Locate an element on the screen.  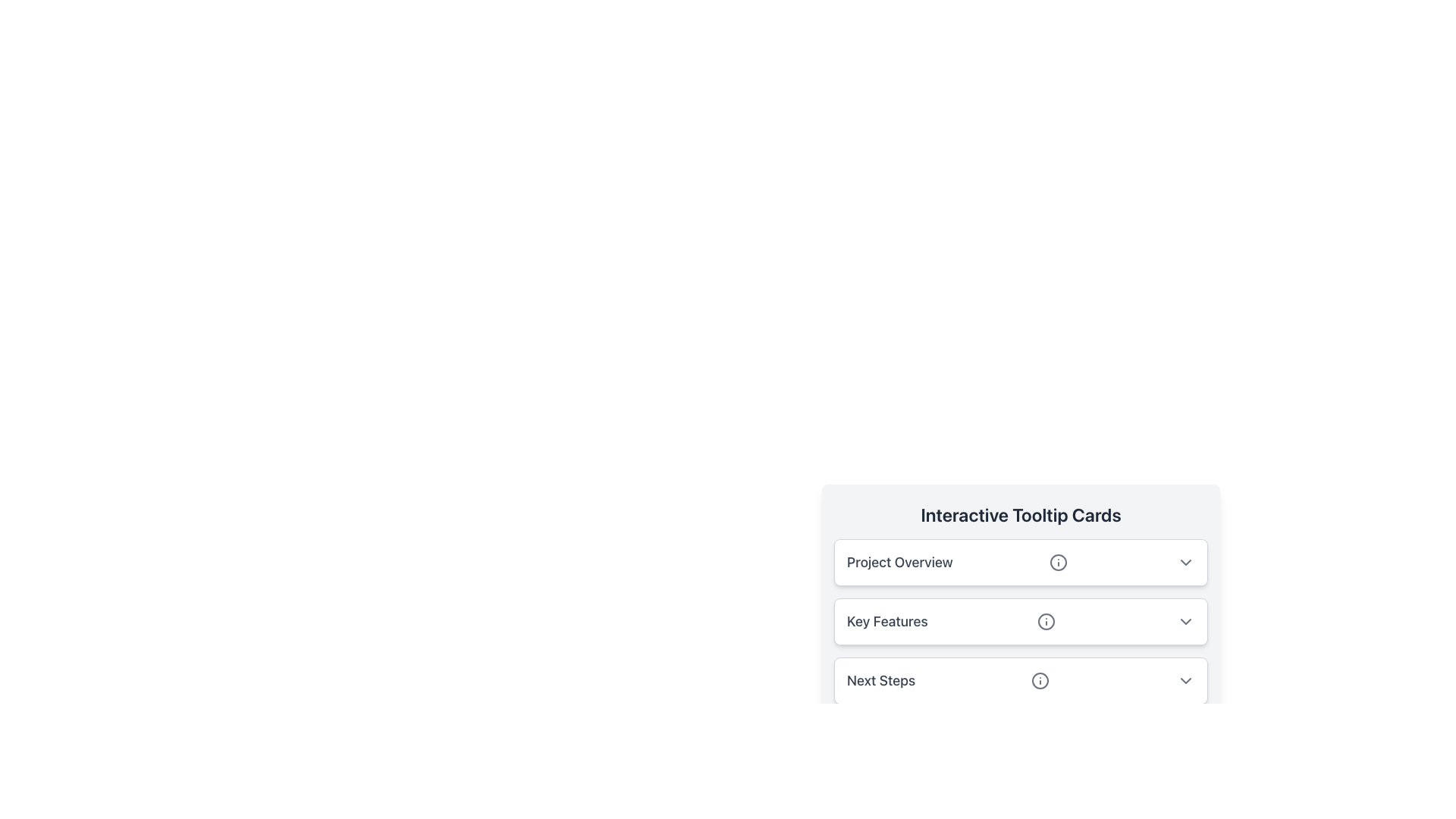
the decorative icon element located in the middle of the interactive tooltip card list is located at coordinates (1045, 622).